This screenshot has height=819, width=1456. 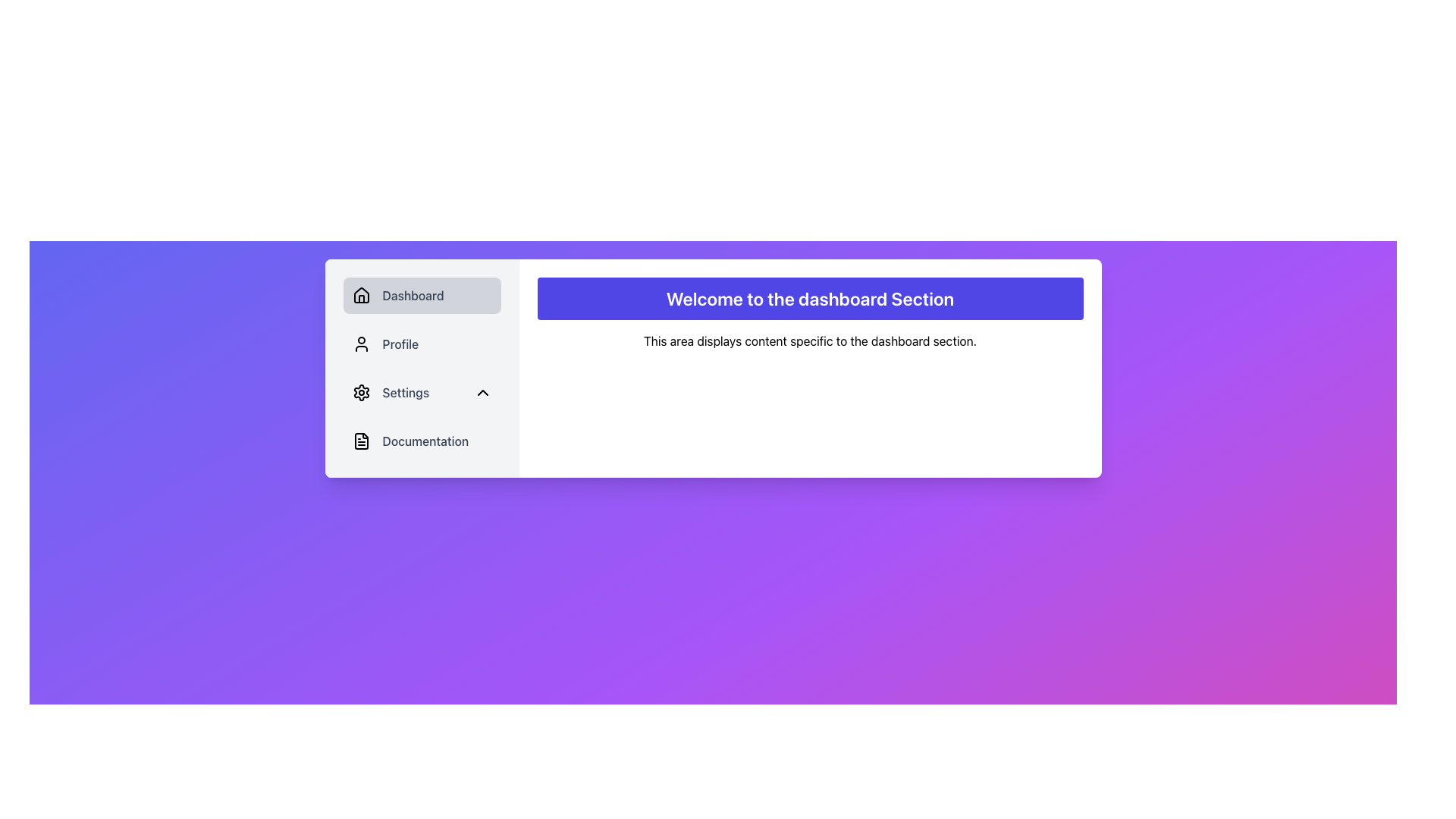 What do you see at coordinates (360, 295) in the screenshot?
I see `the house-shaped icon located to the left of the 'Dashboard' text in the navigation menu` at bounding box center [360, 295].